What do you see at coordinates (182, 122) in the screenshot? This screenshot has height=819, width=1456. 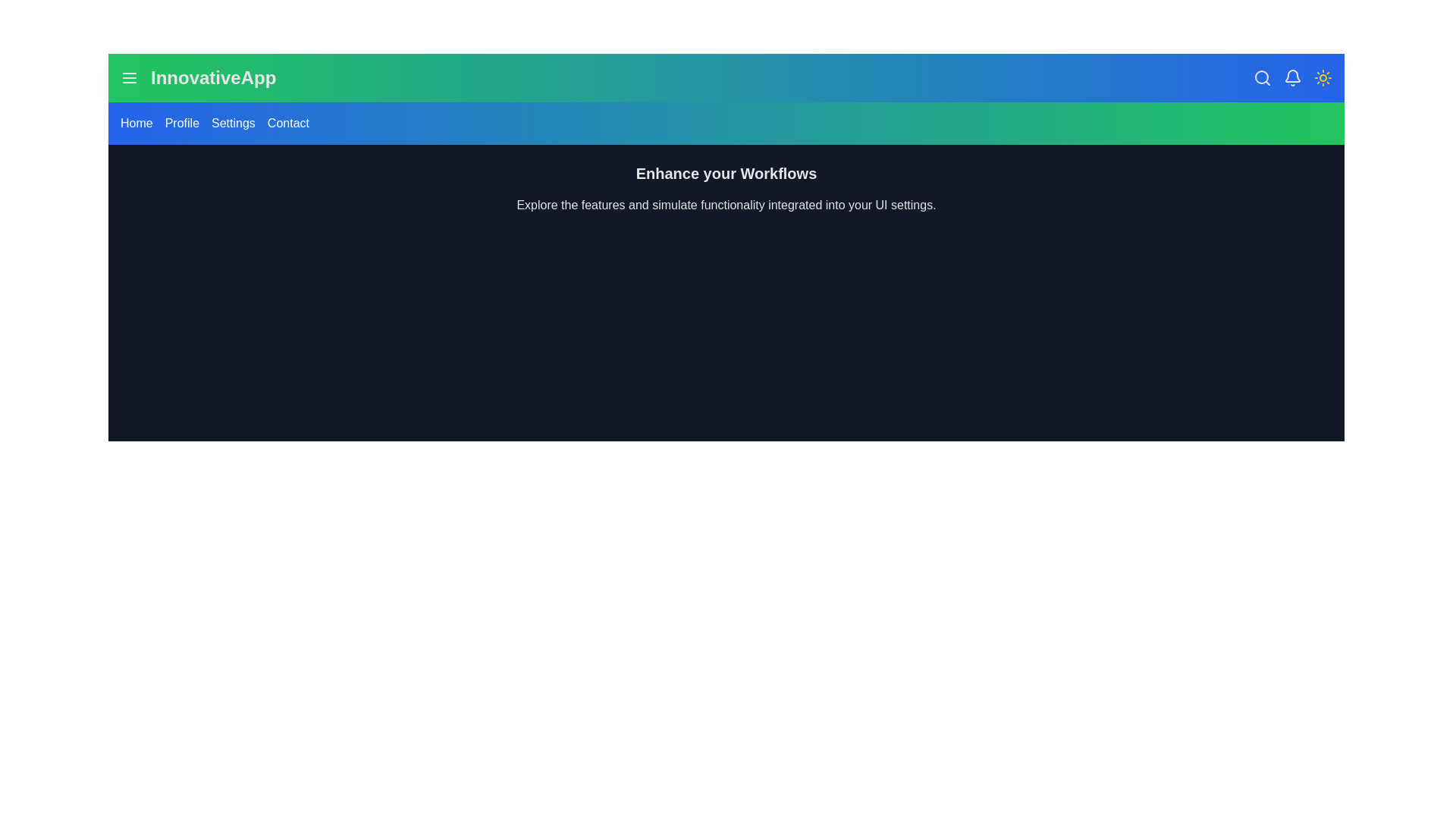 I see `the navigation link Profile to observe its hover effect` at bounding box center [182, 122].